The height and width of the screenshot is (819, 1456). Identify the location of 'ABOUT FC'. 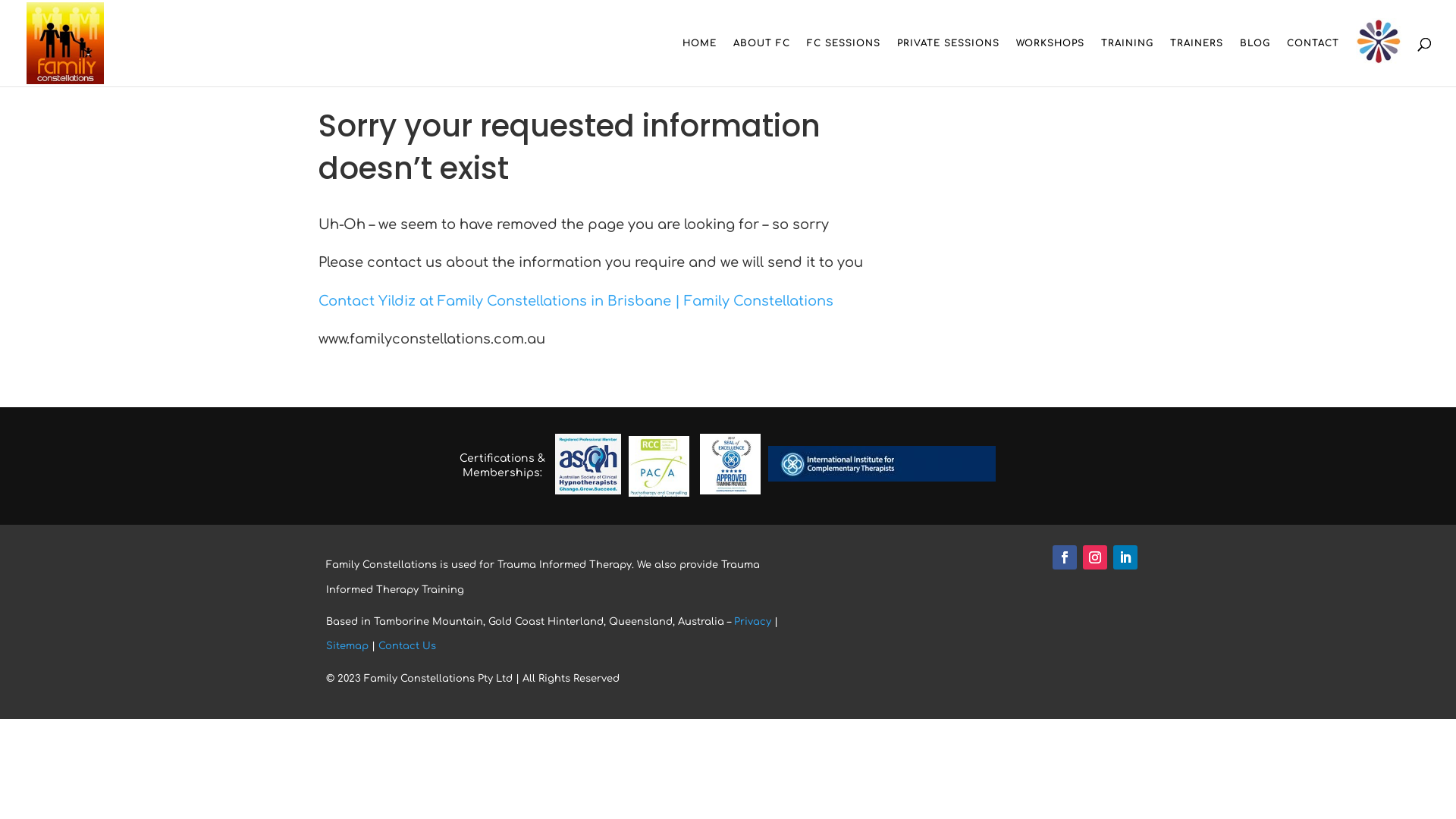
(761, 61).